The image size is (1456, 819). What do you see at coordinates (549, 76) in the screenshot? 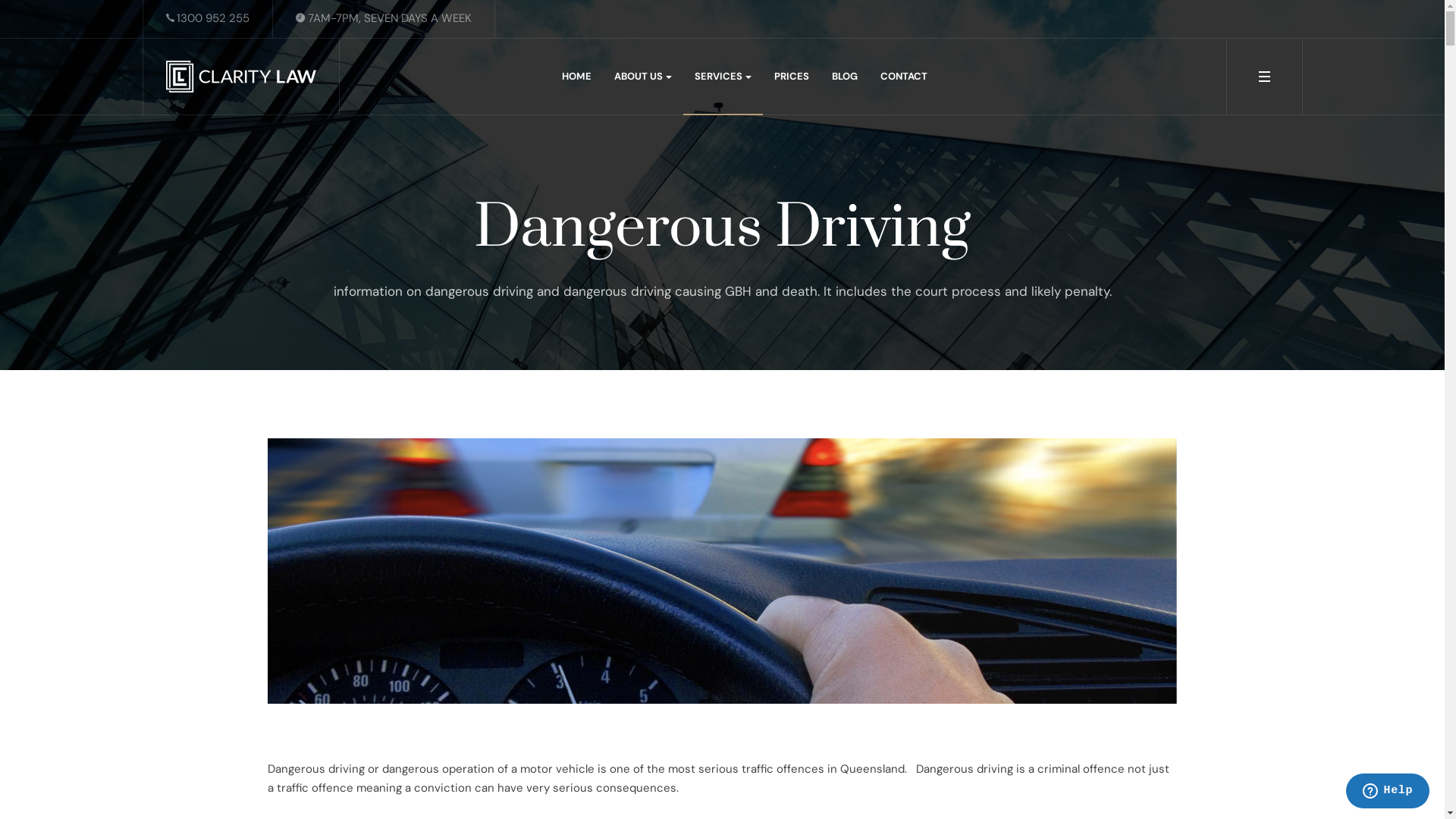
I see `'HOME'` at bounding box center [549, 76].